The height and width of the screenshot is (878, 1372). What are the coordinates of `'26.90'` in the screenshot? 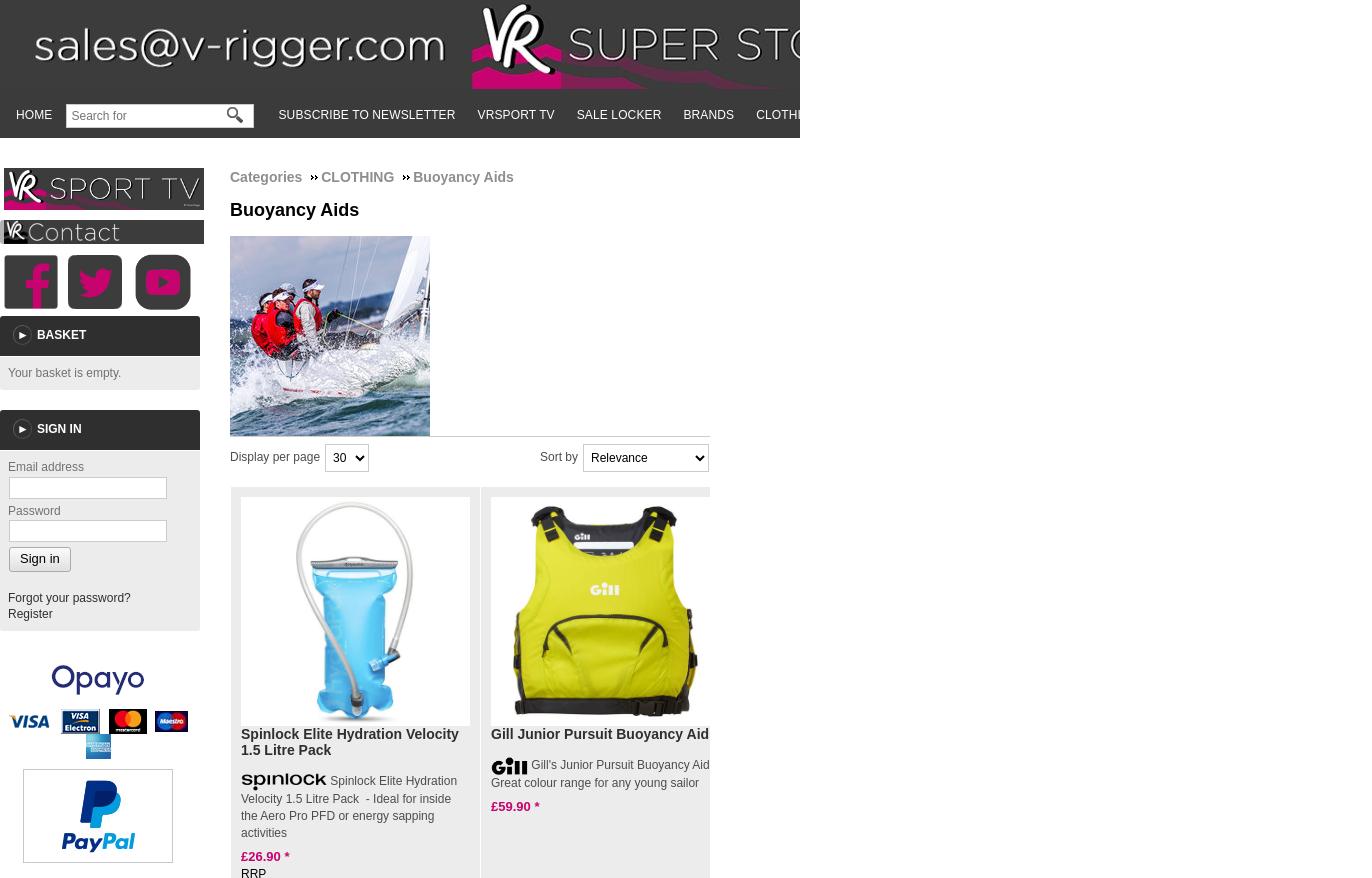 It's located at (263, 855).